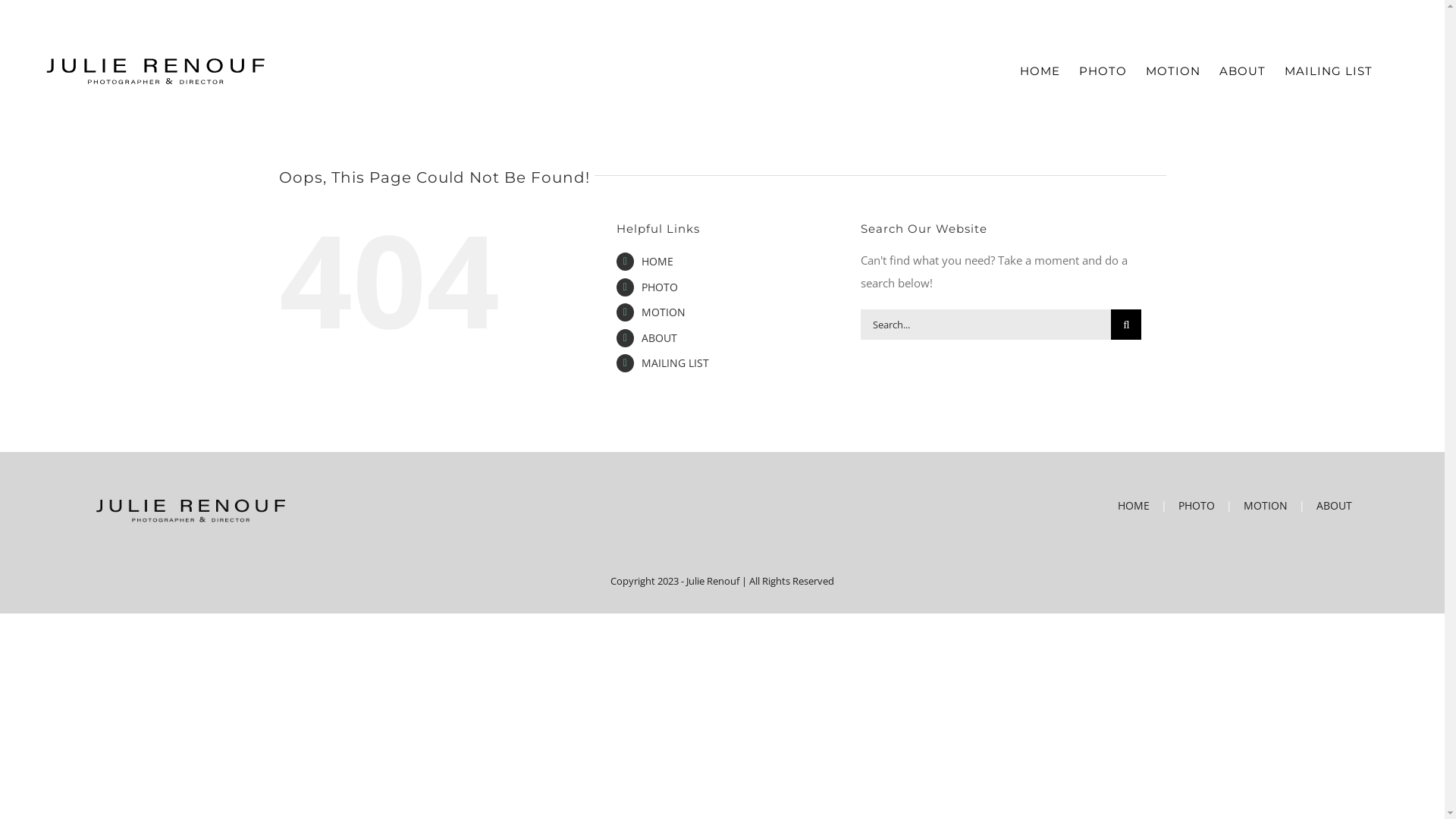  Describe the element at coordinates (1328, 71) in the screenshot. I see `'MAILING LIST'` at that location.